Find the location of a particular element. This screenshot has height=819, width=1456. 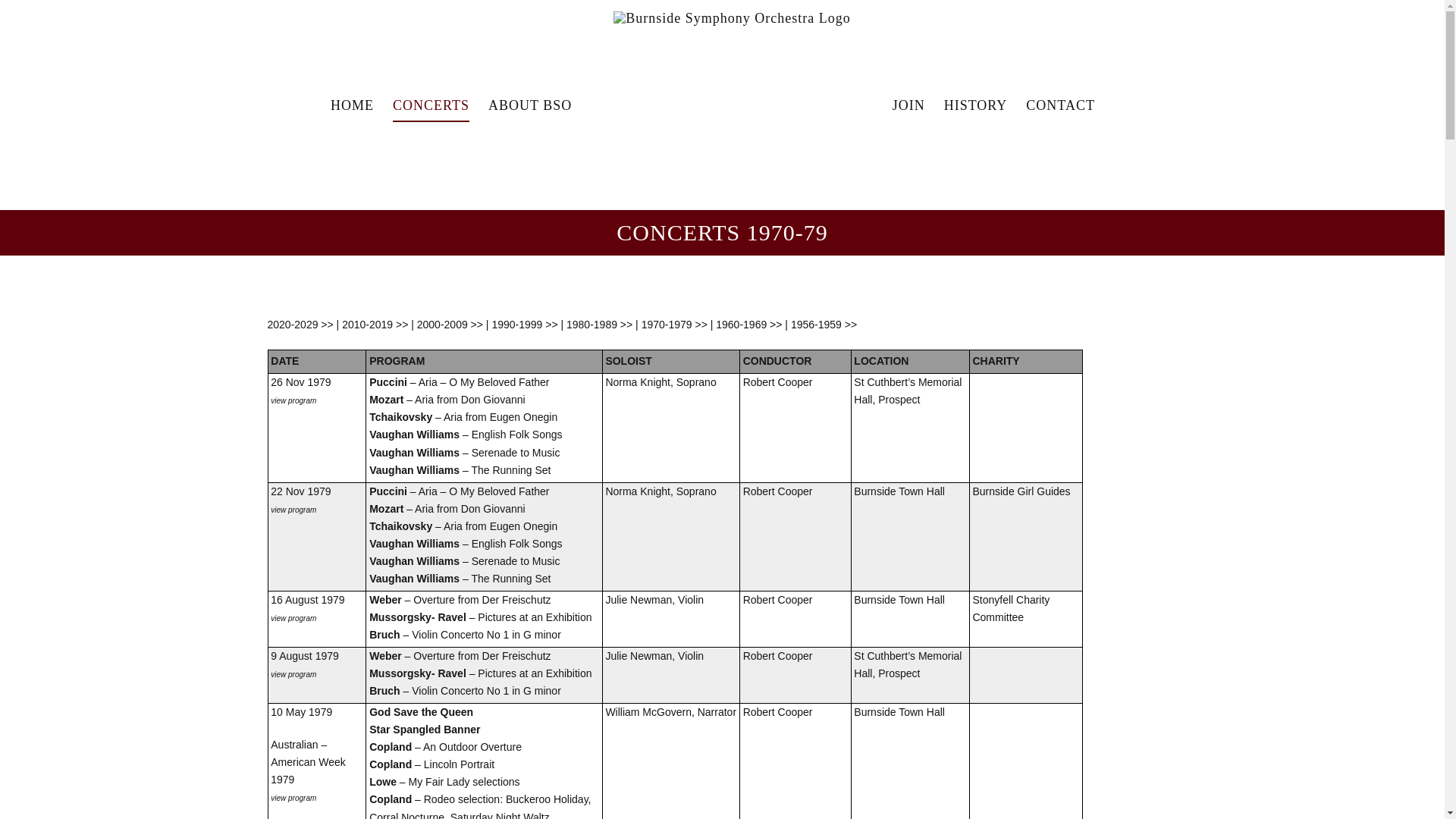

'1956-1959 >>' is located at coordinates (823, 324).